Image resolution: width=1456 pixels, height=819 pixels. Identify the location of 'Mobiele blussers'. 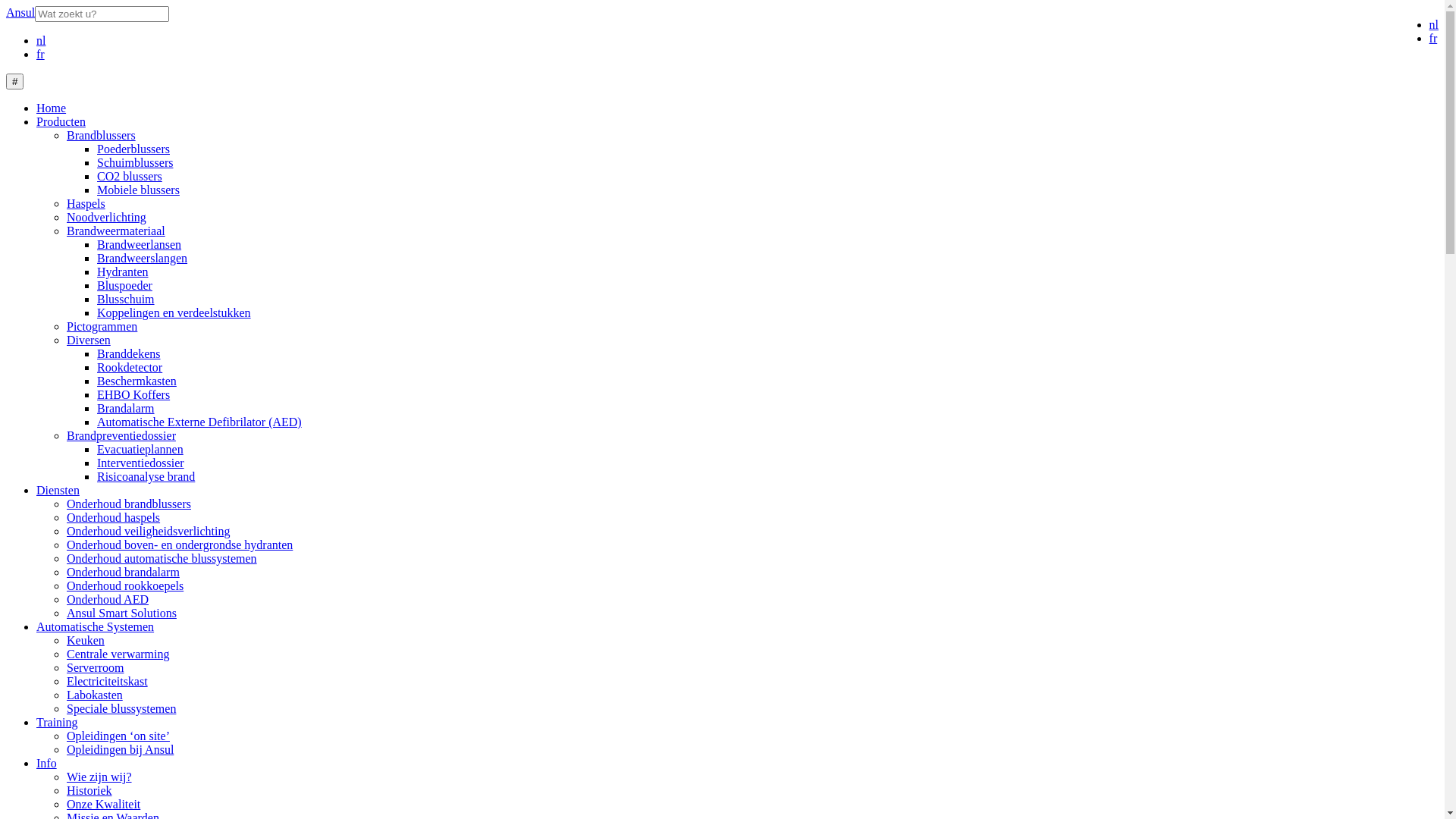
(138, 189).